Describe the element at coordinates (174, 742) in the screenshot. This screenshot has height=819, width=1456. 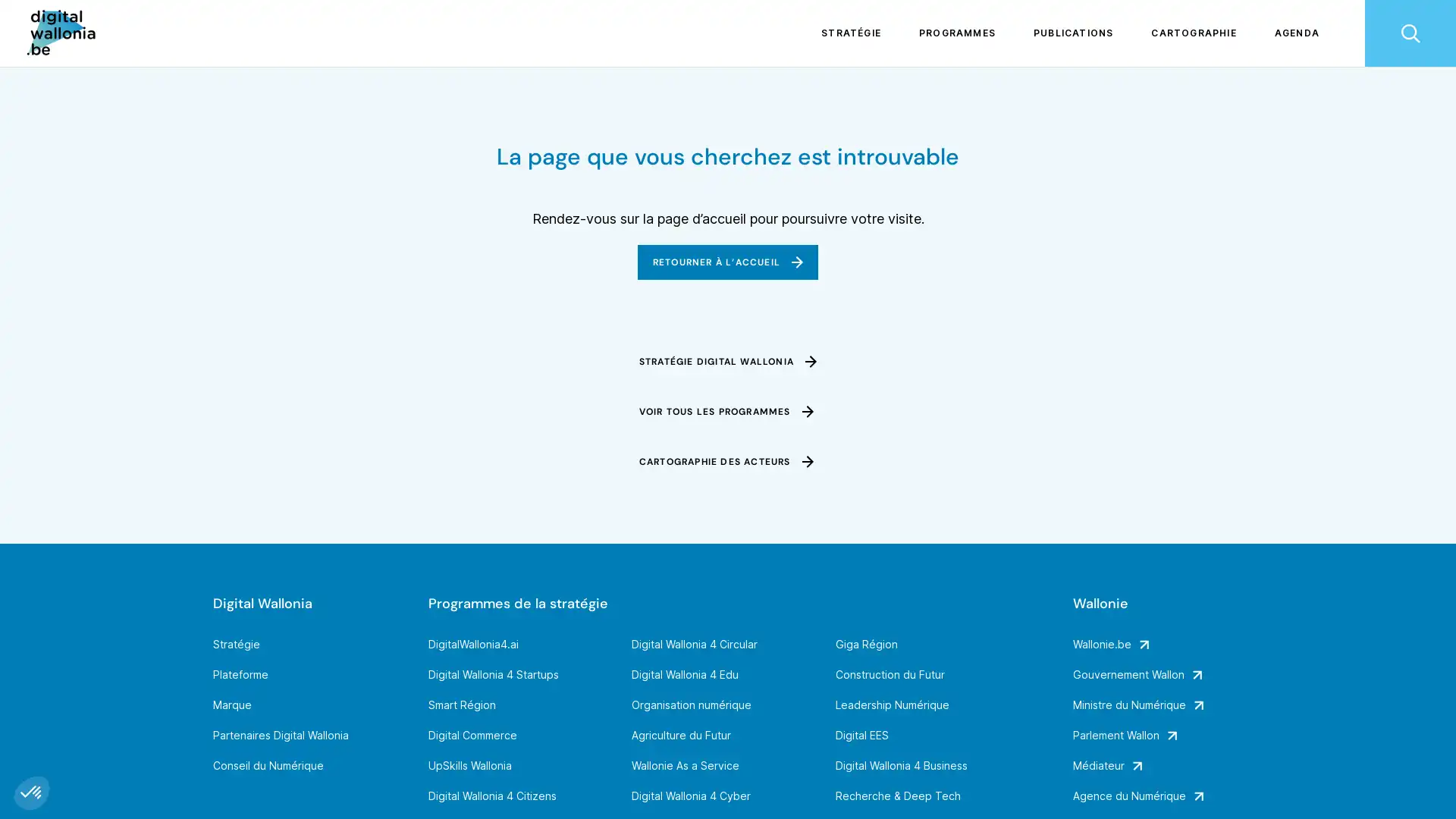
I see `Je choisis` at that location.